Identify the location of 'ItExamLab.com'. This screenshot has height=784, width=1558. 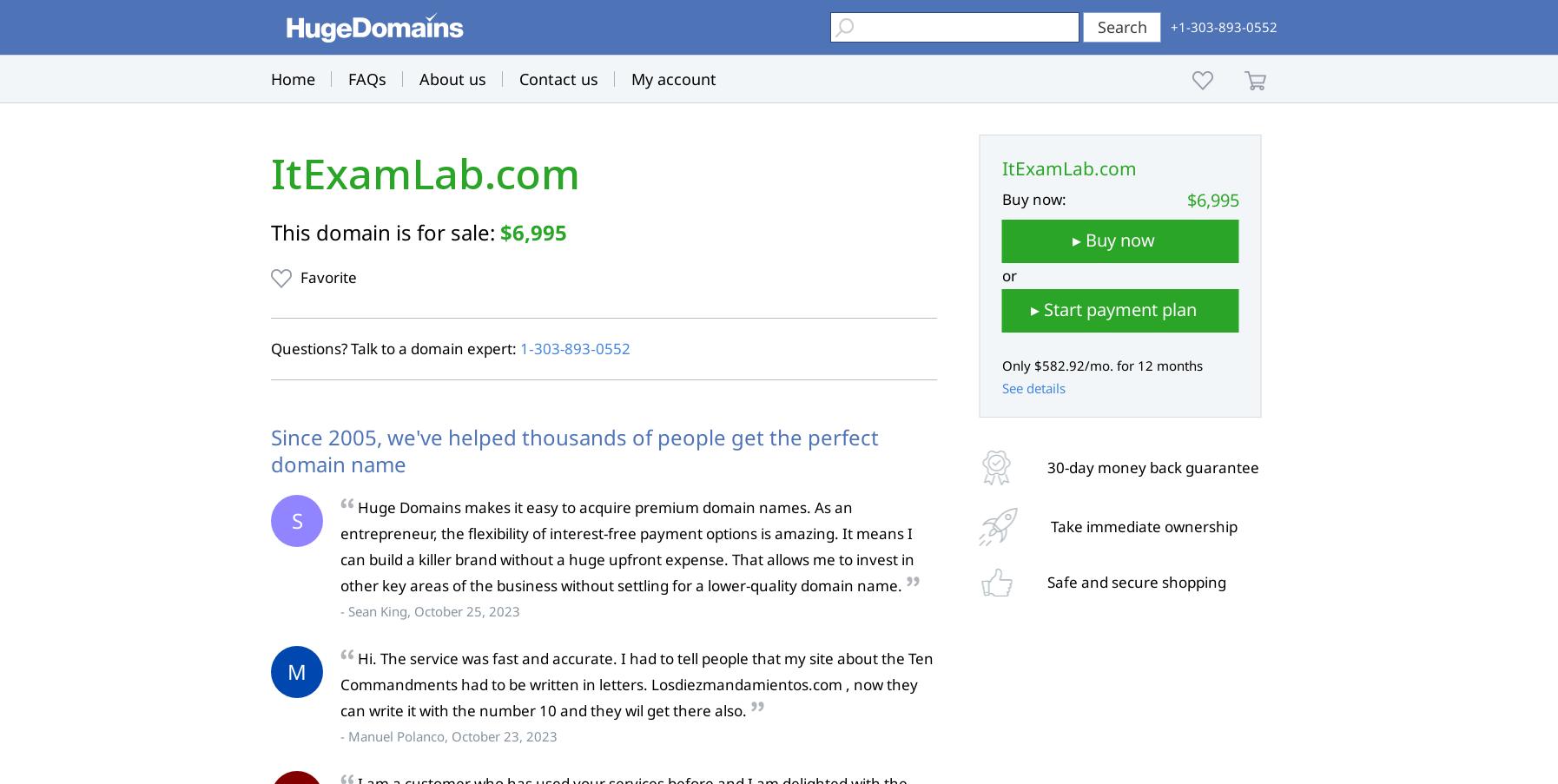
(425, 174).